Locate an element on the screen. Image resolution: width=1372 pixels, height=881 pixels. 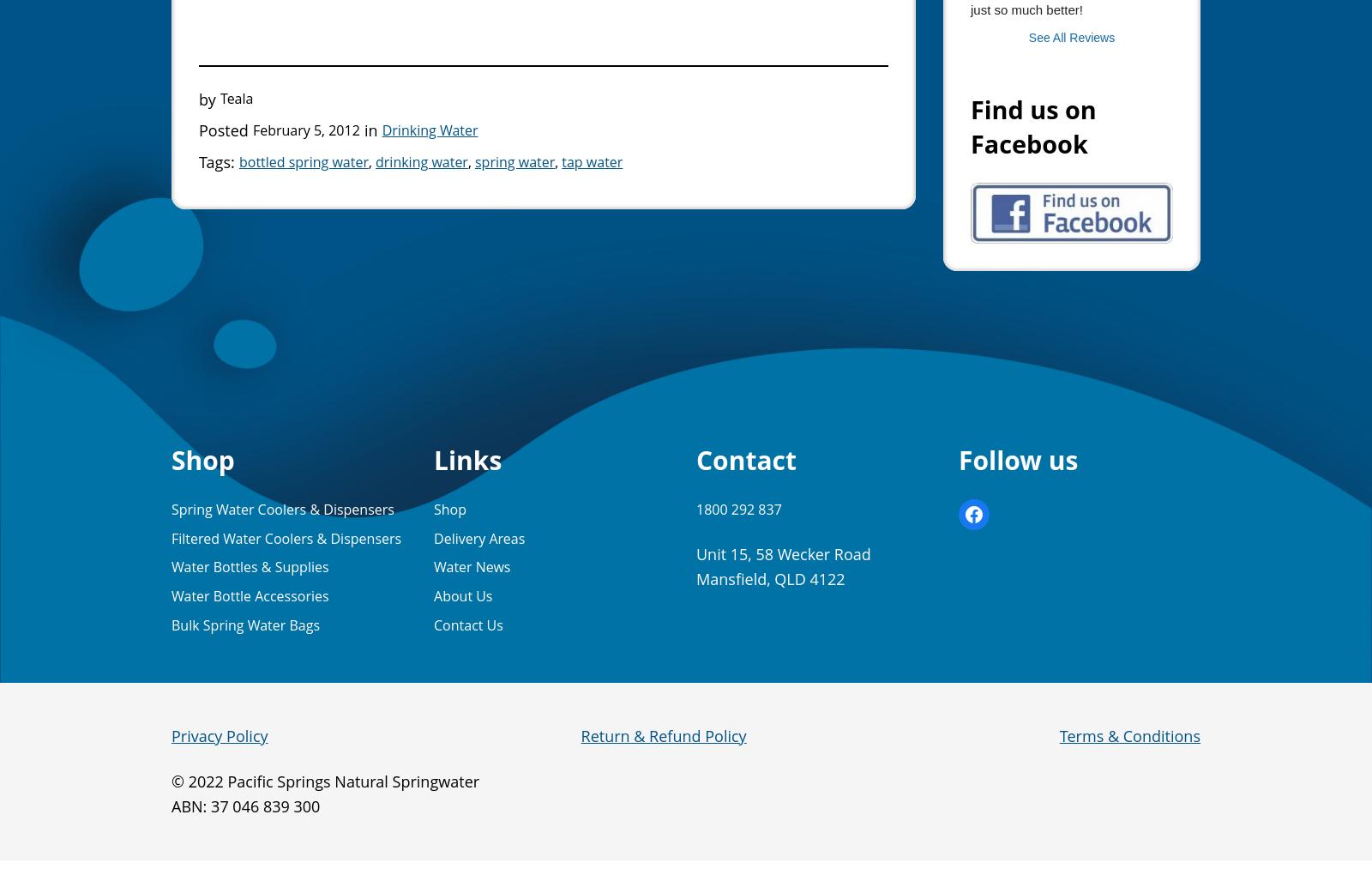
'ABN: 37 046 839 300' is located at coordinates (245, 805).